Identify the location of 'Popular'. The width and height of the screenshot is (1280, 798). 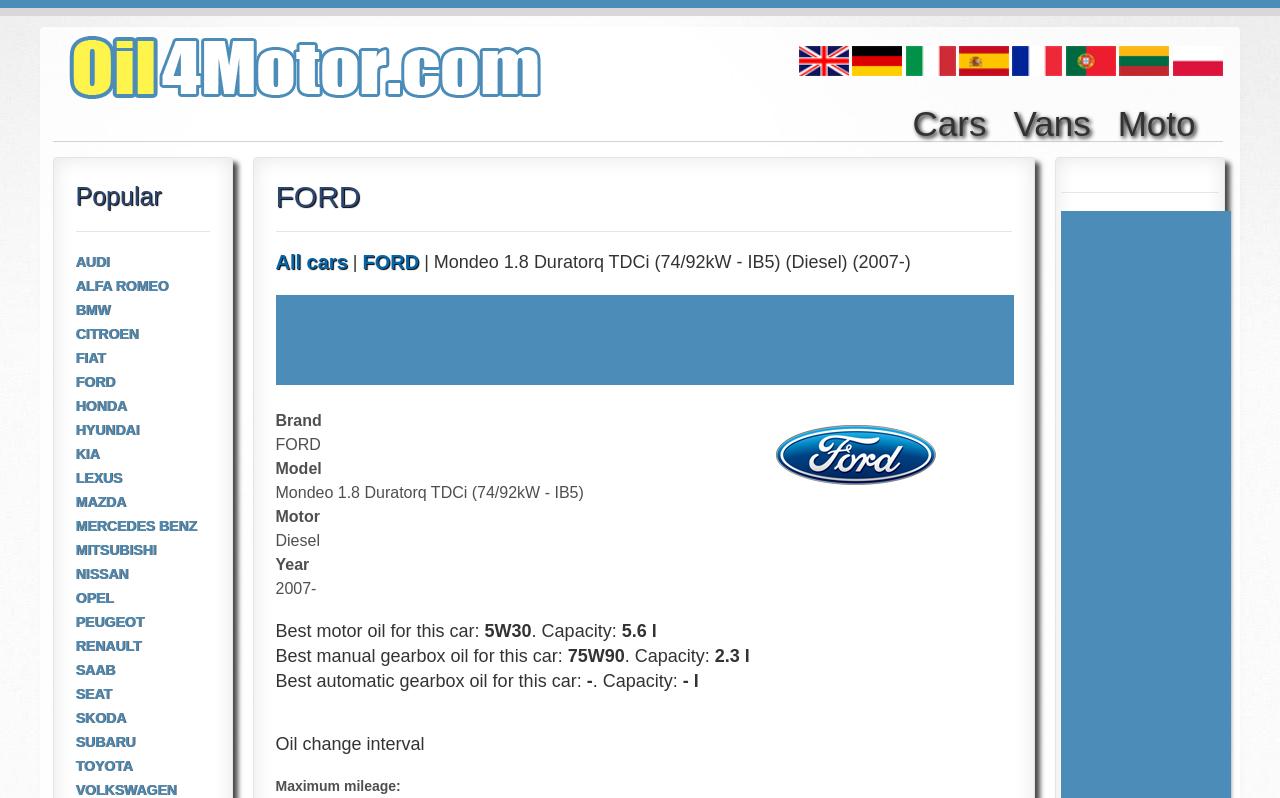
(117, 194).